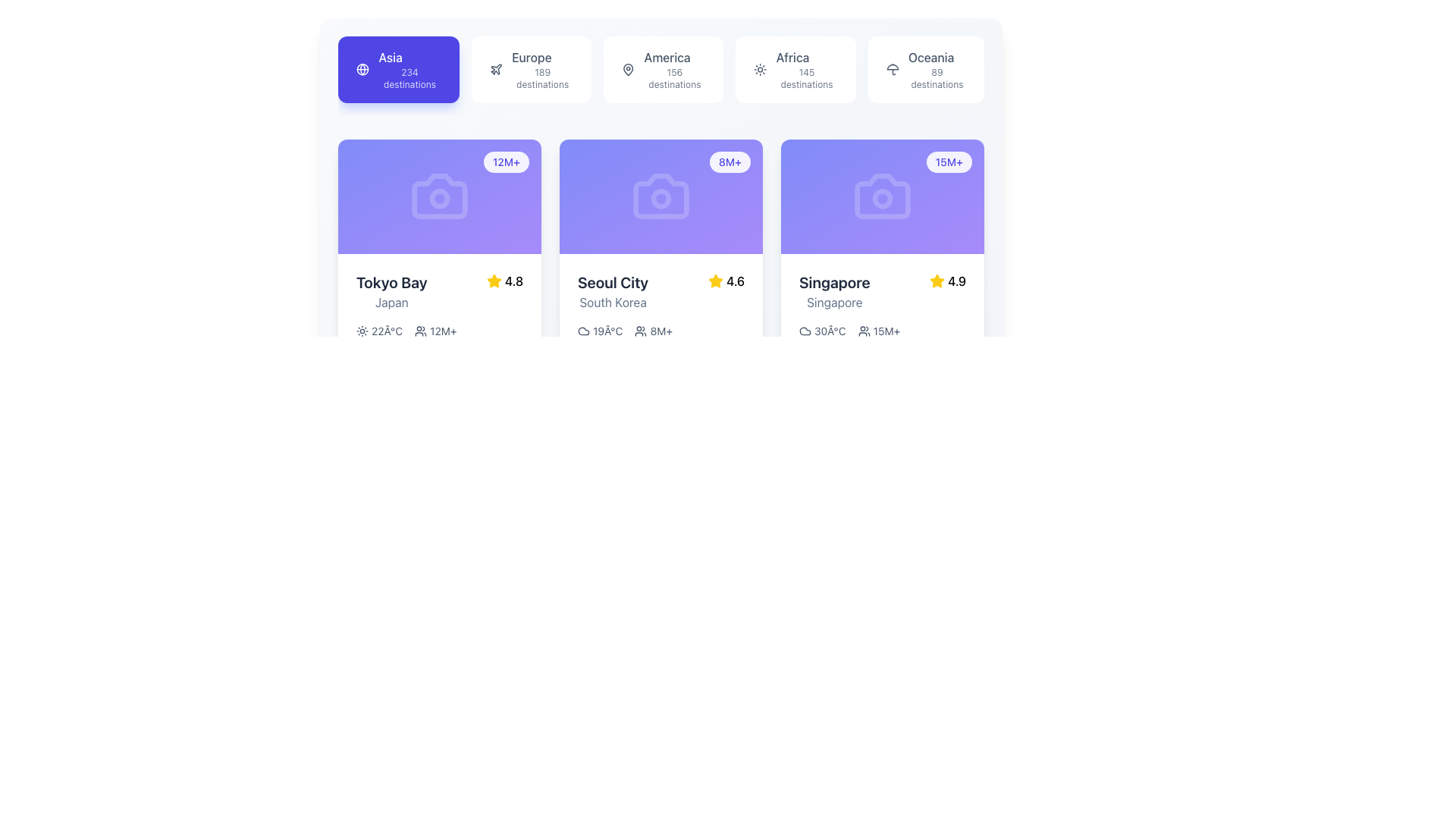  I want to click on the informational card about 'Singapore' to mark it as favorite or visit, which is the last card in the first row of a series of destination cards, so click(882, 353).